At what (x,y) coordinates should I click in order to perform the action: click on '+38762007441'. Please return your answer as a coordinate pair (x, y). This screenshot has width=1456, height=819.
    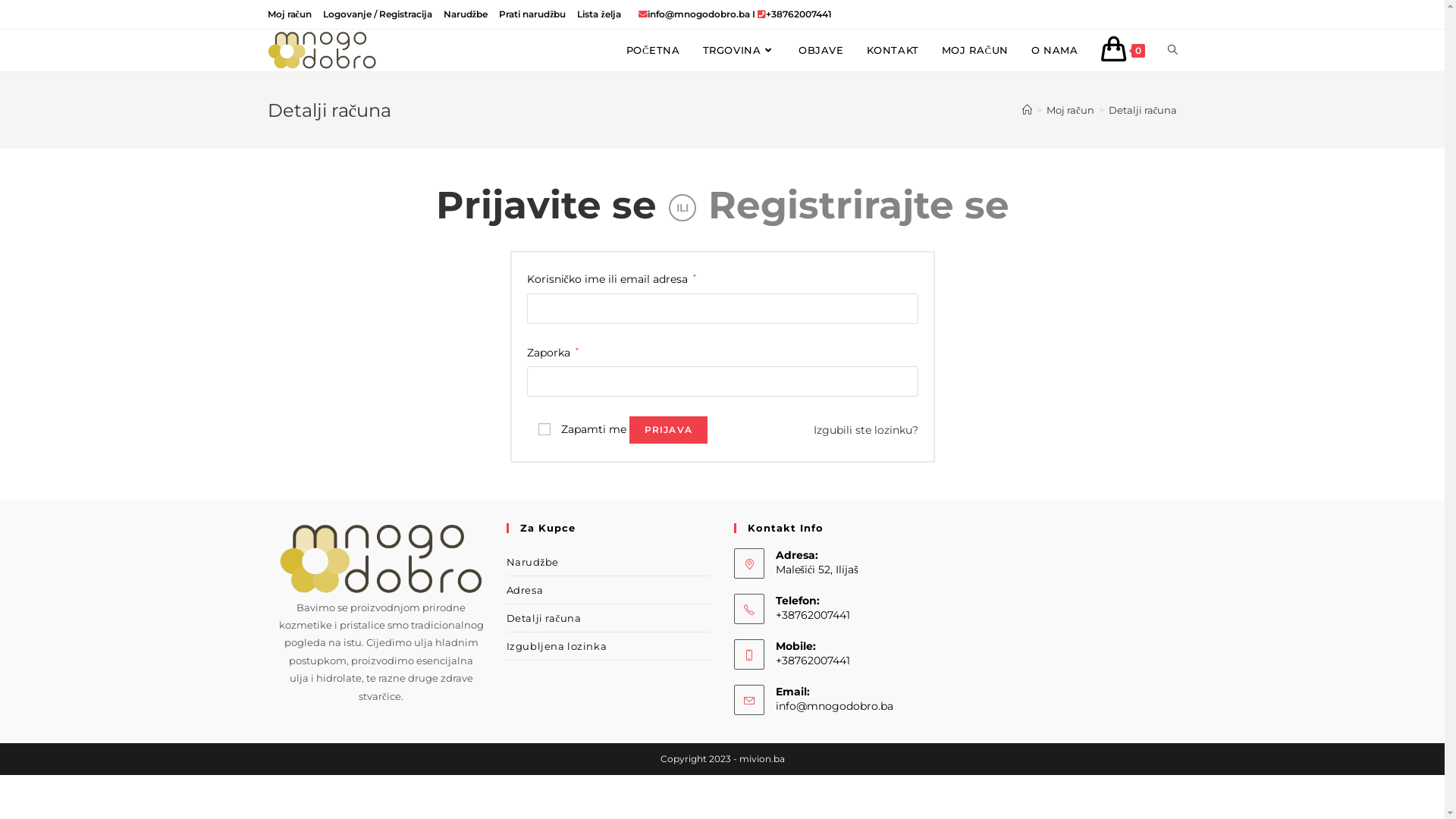
    Looking at the image, I should click on (856, 660).